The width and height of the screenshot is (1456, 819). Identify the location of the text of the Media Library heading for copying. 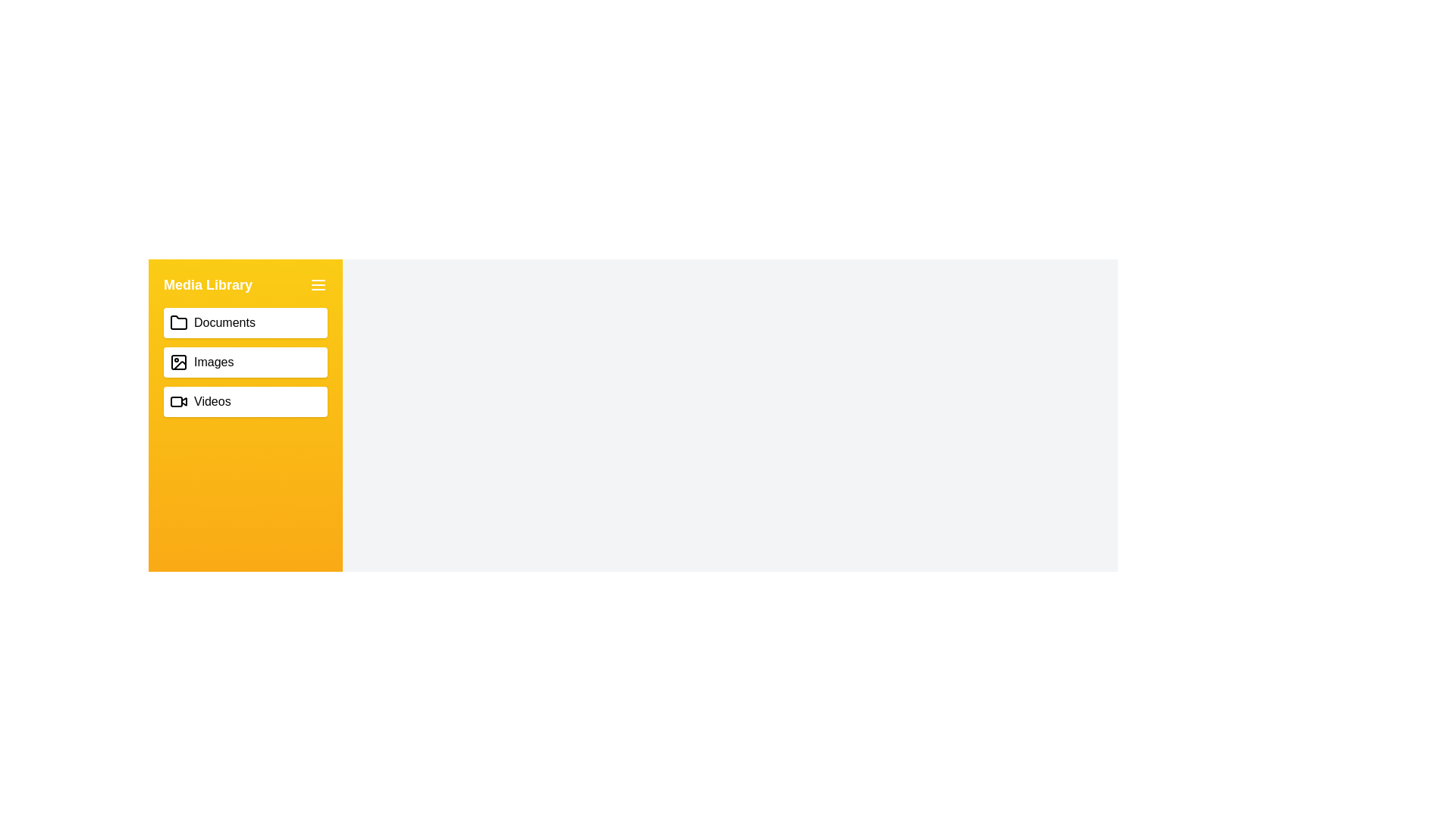
(246, 284).